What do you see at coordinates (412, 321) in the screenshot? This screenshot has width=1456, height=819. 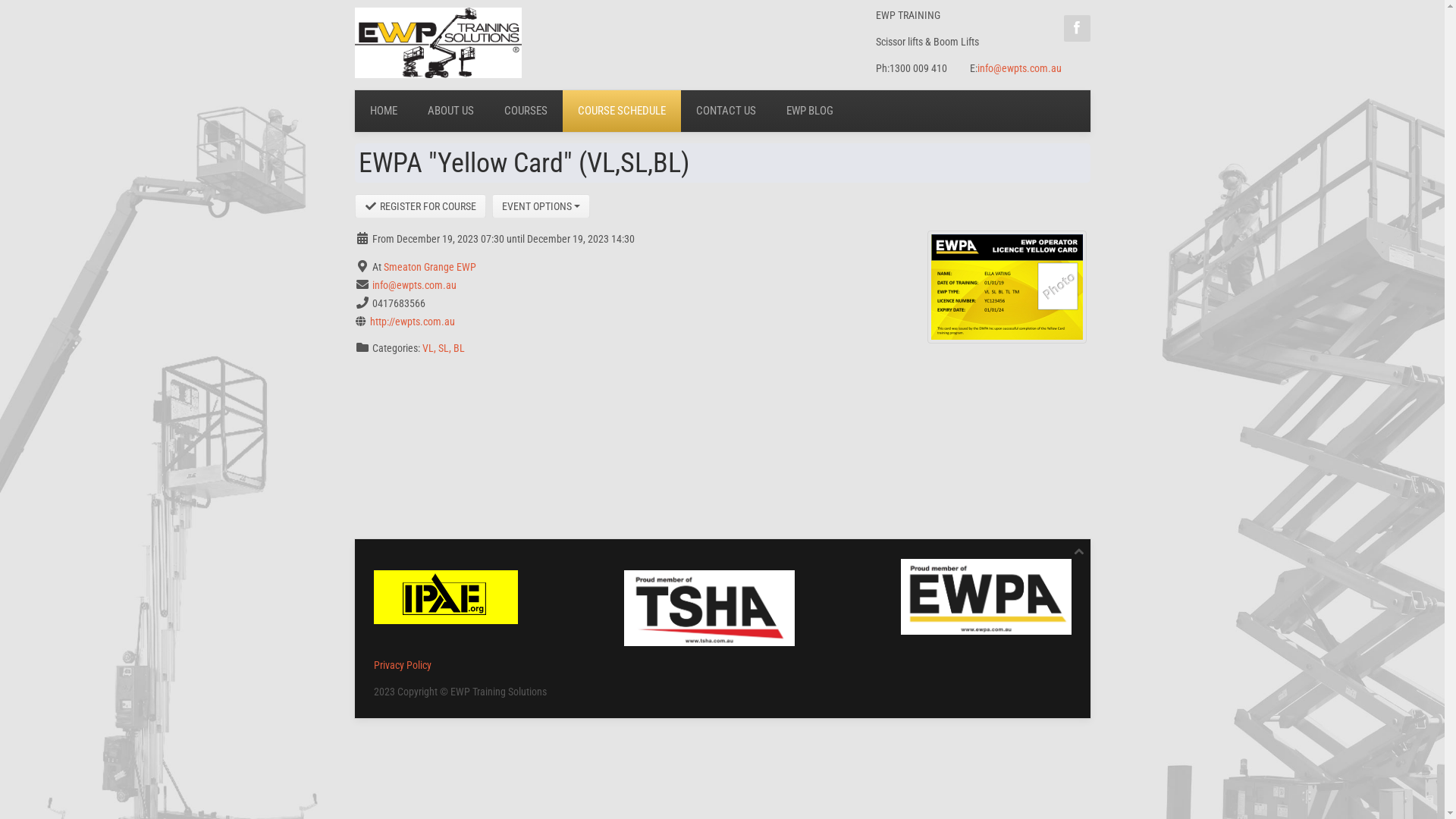 I see `'http://ewpts.com.au'` at bounding box center [412, 321].